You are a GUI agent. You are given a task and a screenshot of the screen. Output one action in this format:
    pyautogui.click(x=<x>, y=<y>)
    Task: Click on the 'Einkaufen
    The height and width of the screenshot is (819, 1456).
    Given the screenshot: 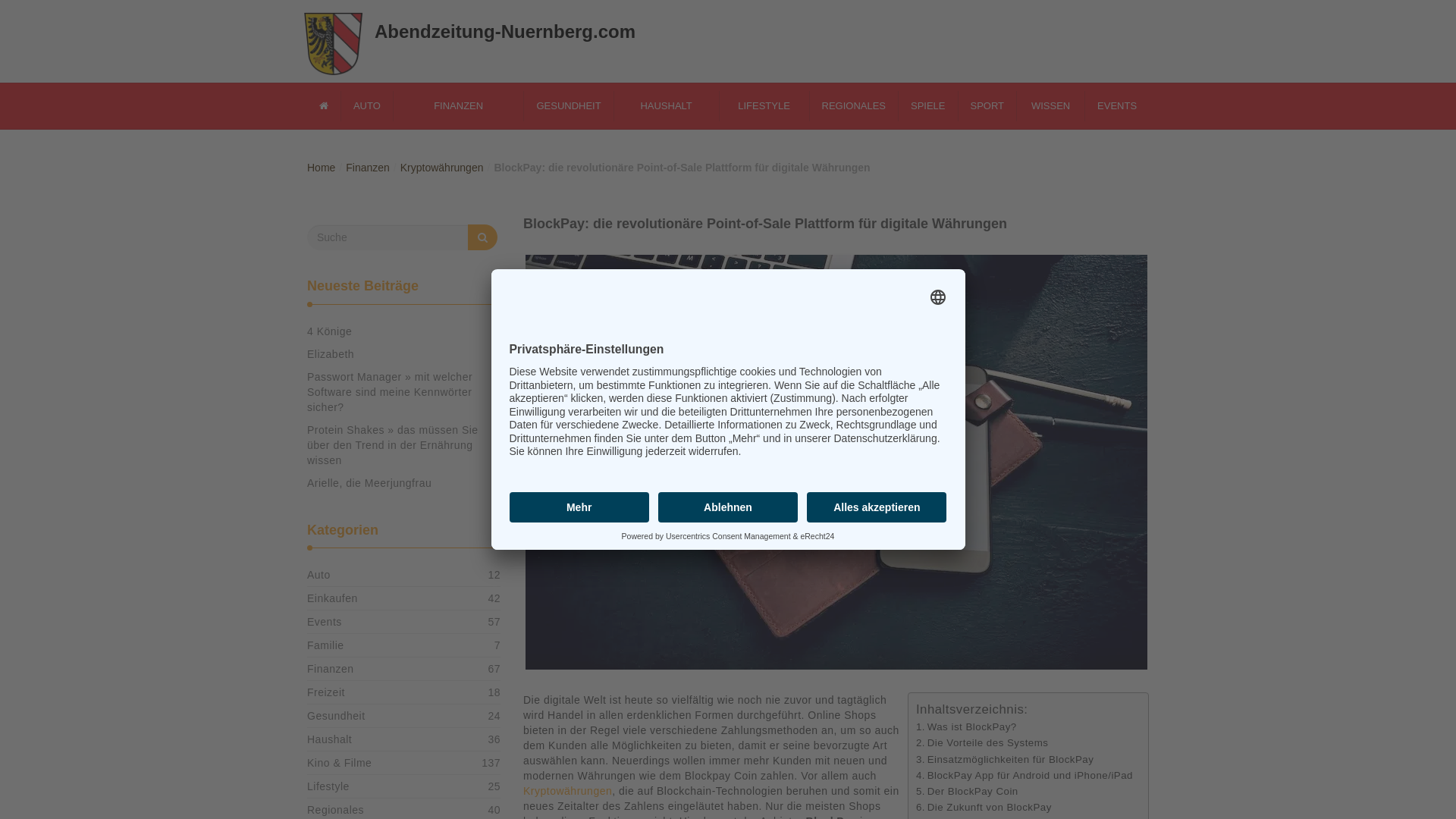 What is the action you would take?
    pyautogui.click(x=331, y=598)
    